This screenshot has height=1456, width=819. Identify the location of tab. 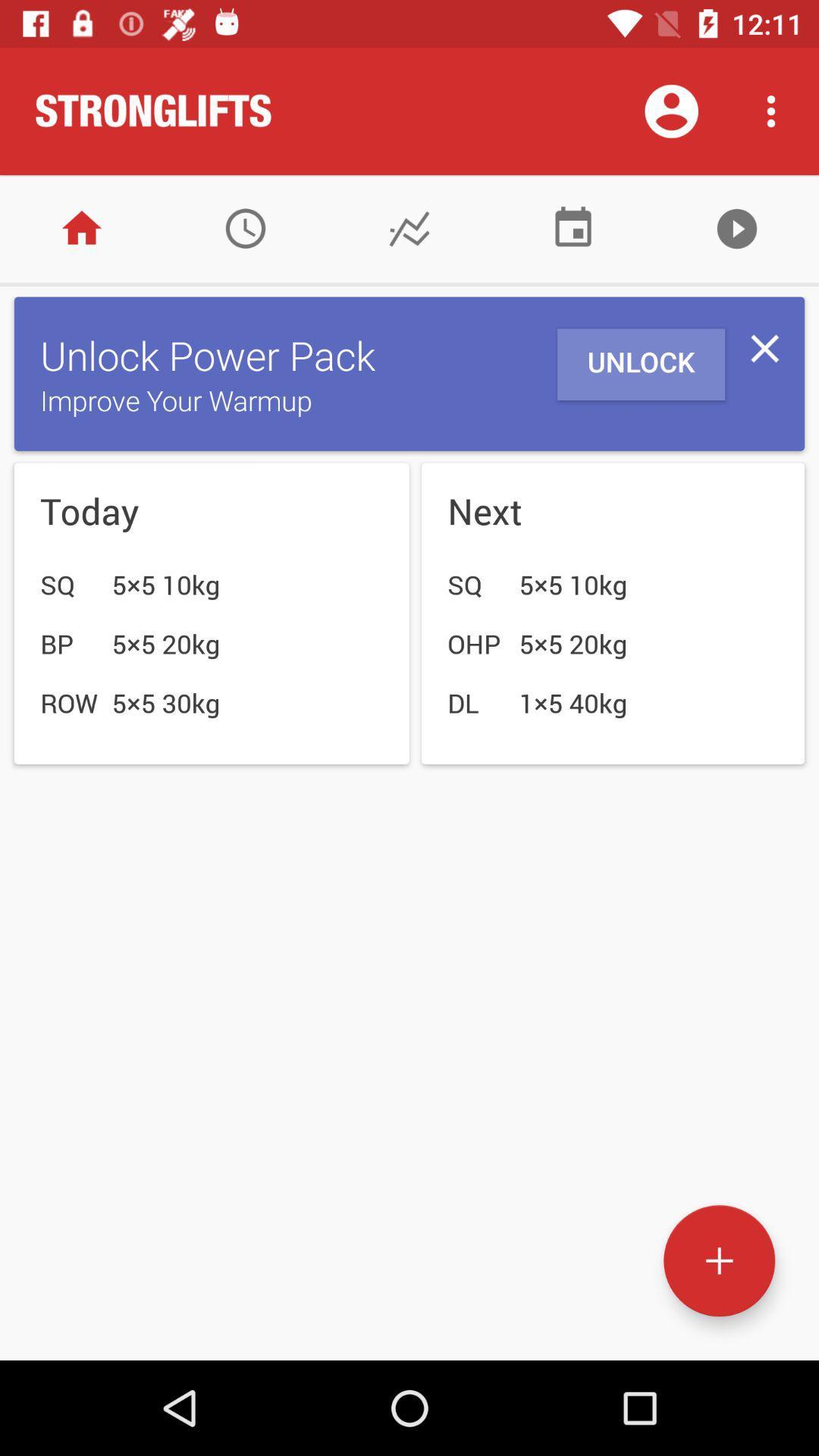
(764, 347).